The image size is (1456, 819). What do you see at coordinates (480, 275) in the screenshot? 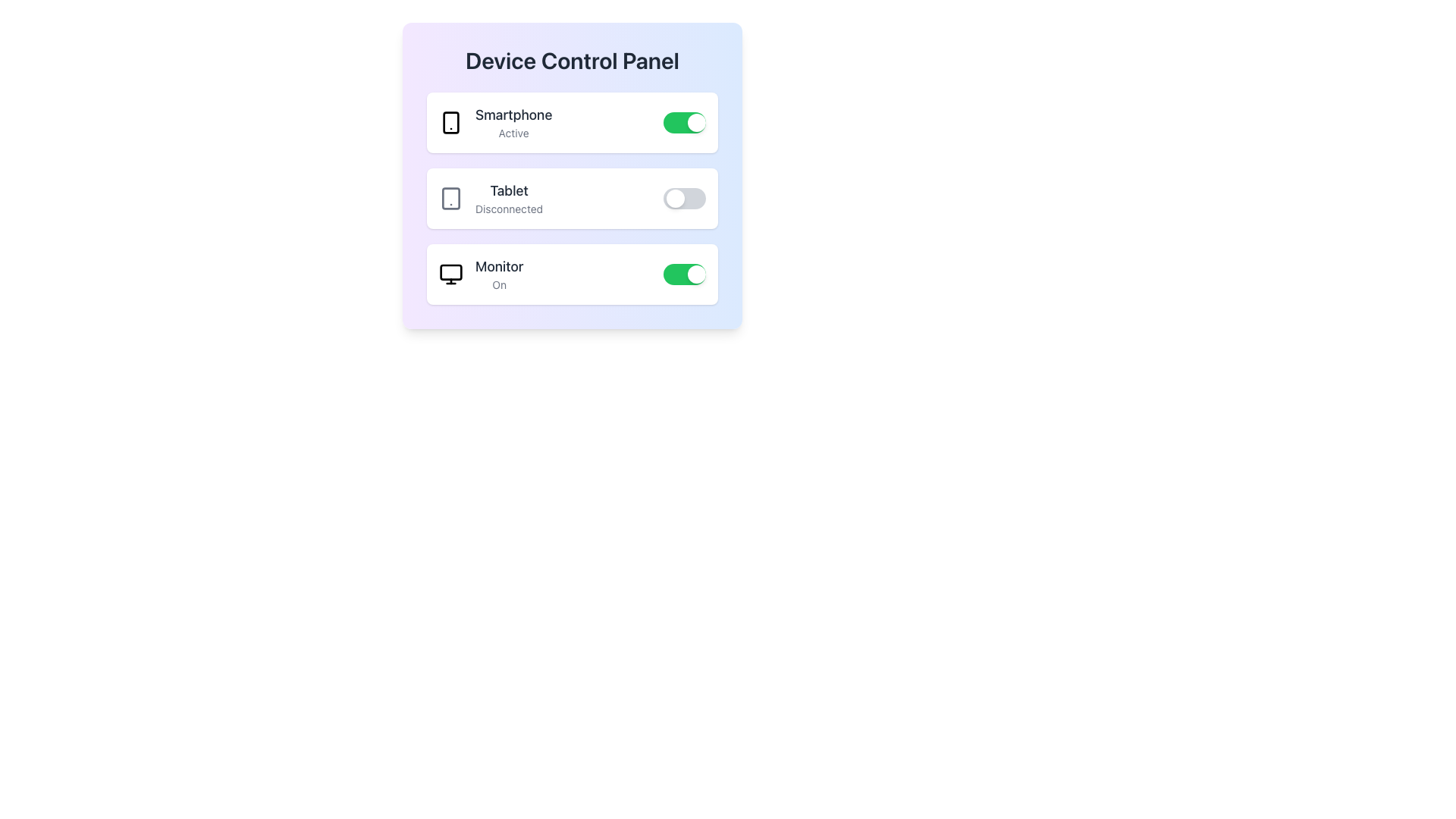
I see `the Composite informational display element that includes a monitor icon and the text 'Monitor' and 'On'` at bounding box center [480, 275].